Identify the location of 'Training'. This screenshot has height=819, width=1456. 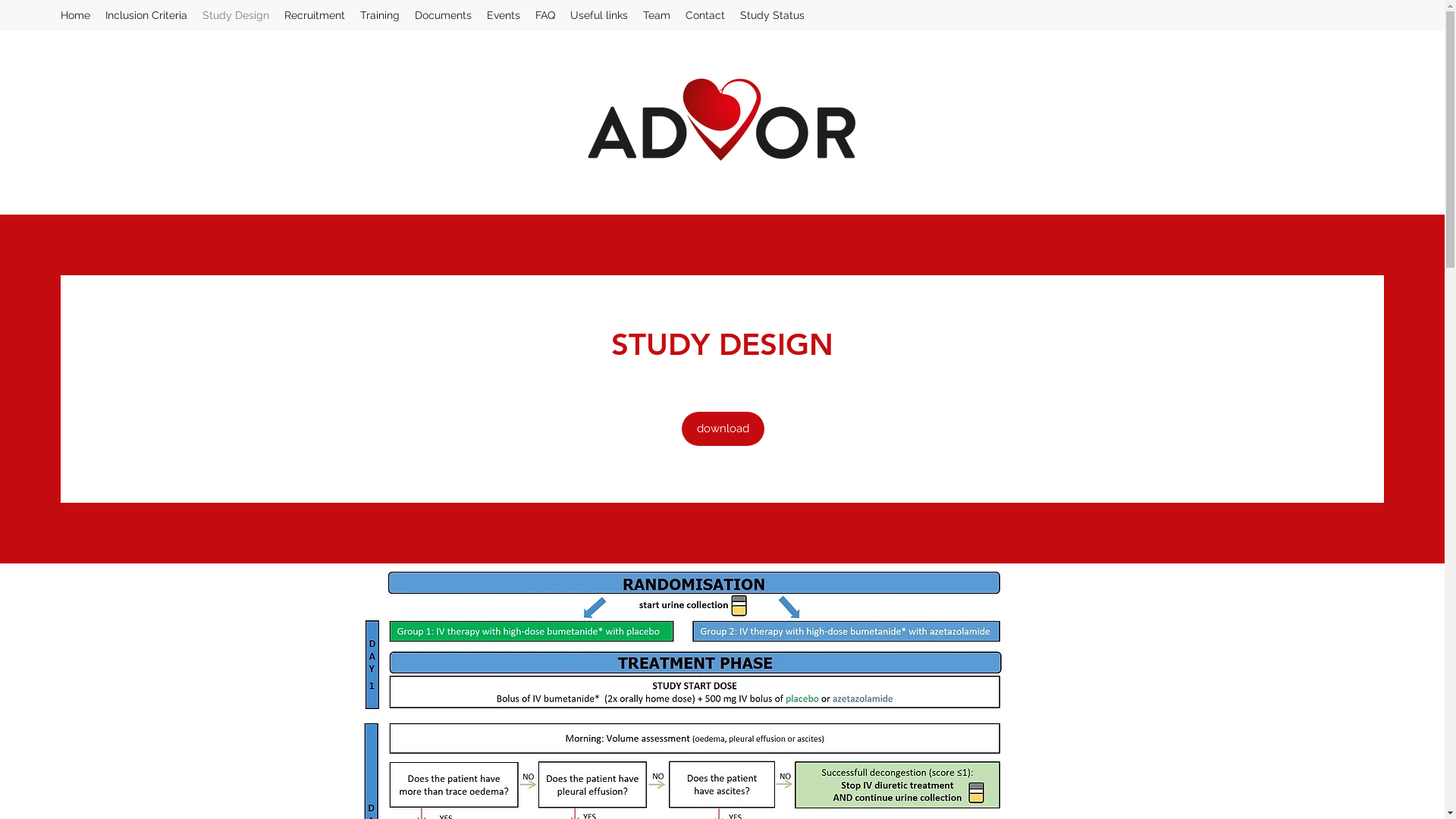
(379, 14).